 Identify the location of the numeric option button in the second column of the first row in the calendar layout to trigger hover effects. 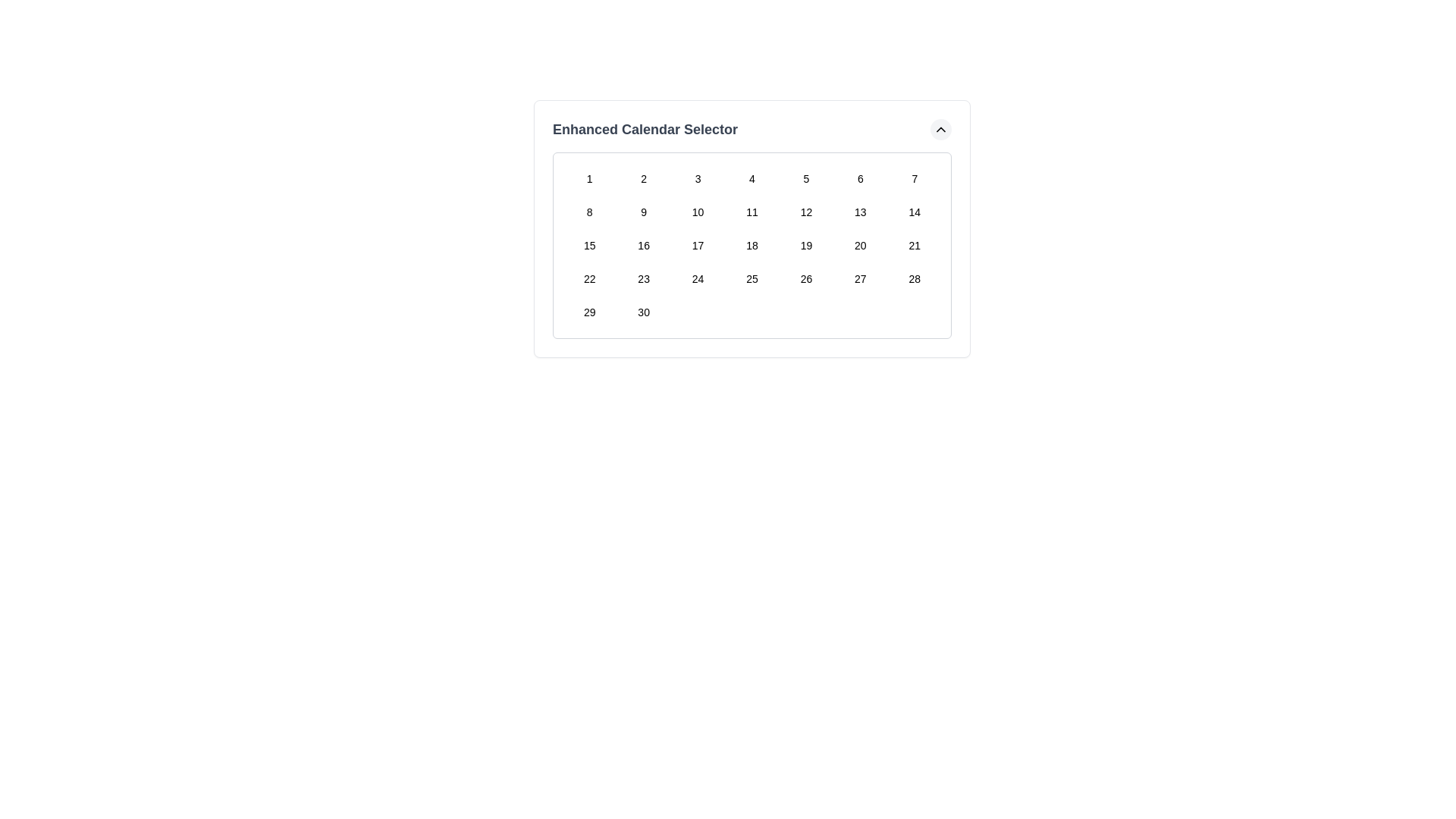
(644, 177).